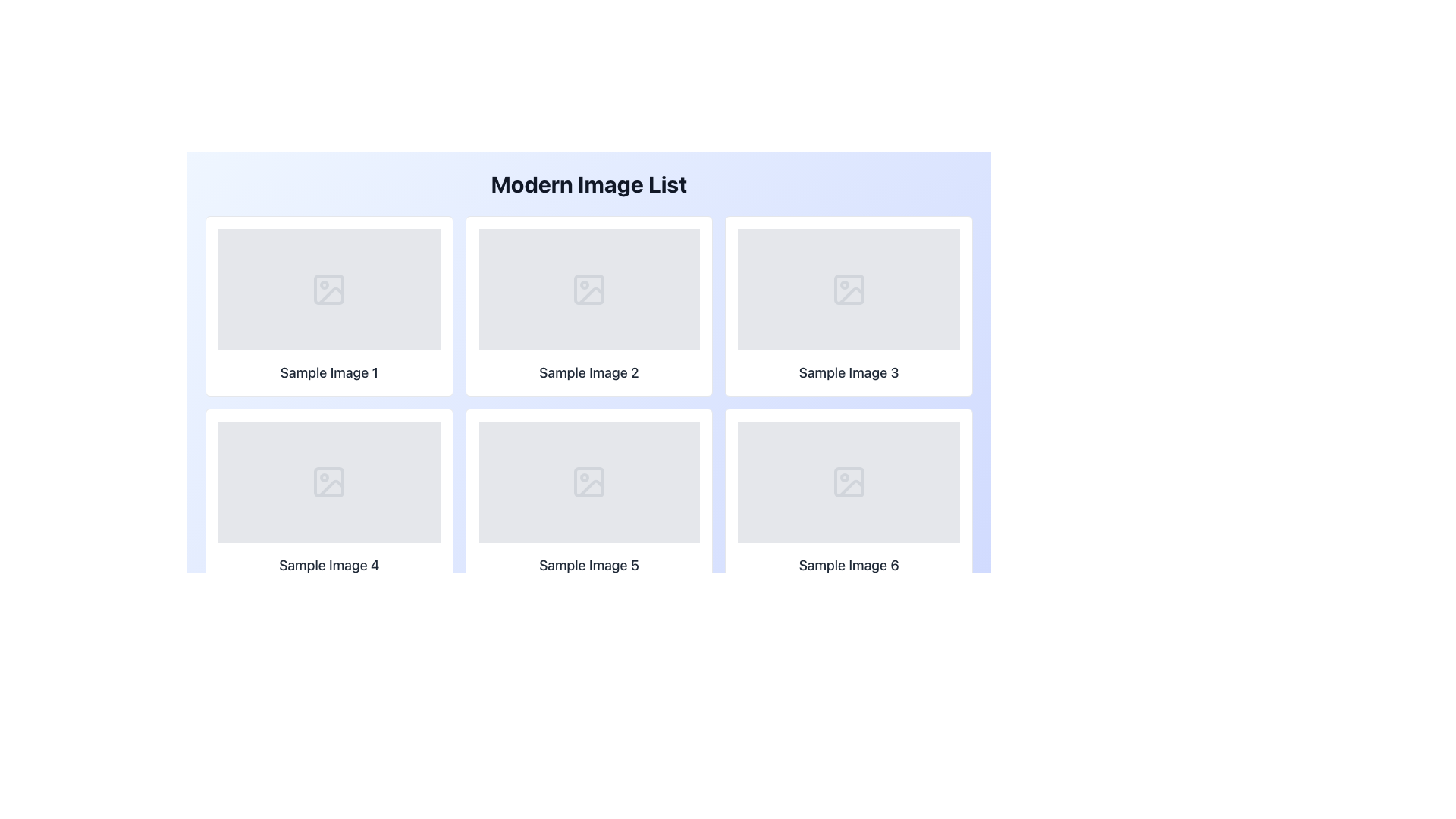  I want to click on the image placeholder in the 'Sample Image 3' card to upload or change the image, so click(848, 289).